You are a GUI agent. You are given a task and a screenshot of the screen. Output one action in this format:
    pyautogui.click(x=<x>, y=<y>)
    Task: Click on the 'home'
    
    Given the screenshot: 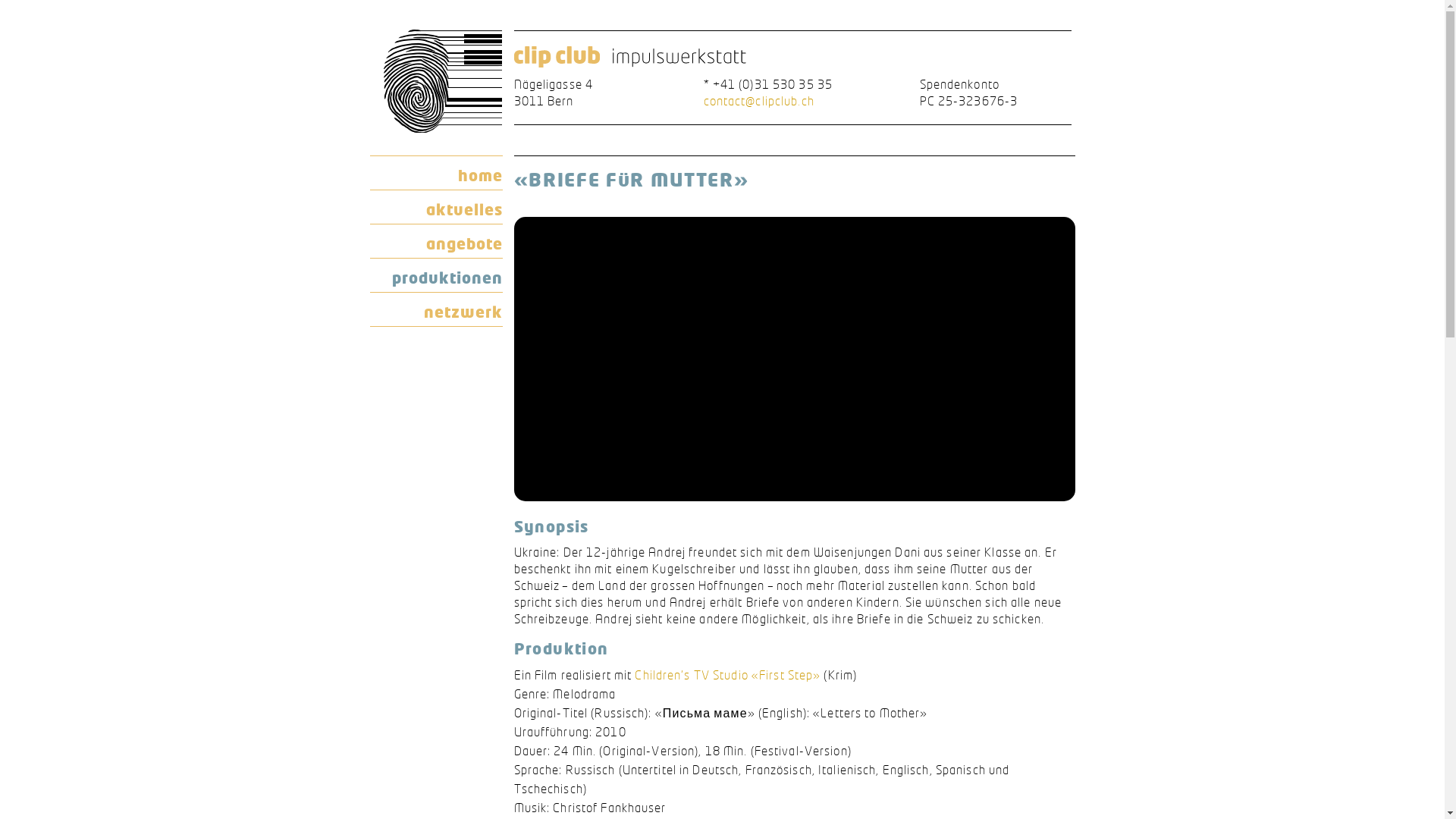 What is the action you would take?
    pyautogui.click(x=435, y=171)
    